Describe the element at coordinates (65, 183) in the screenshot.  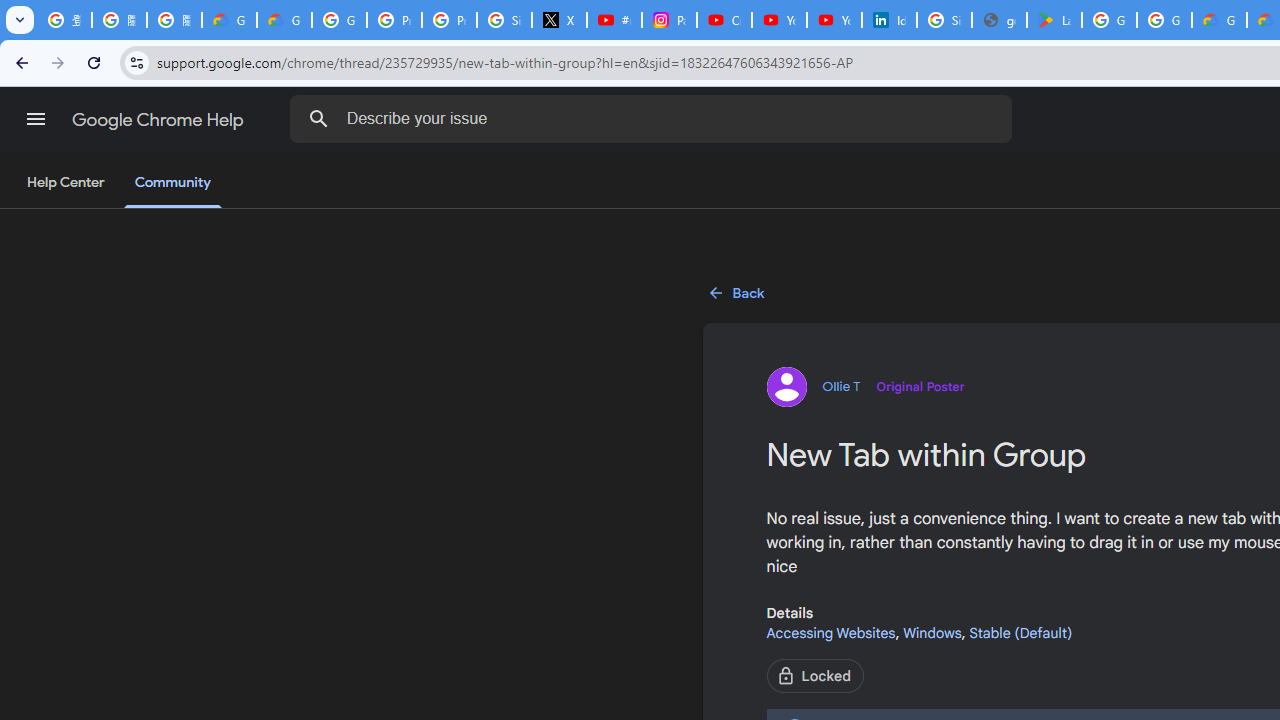
I see `'Help Center'` at that location.